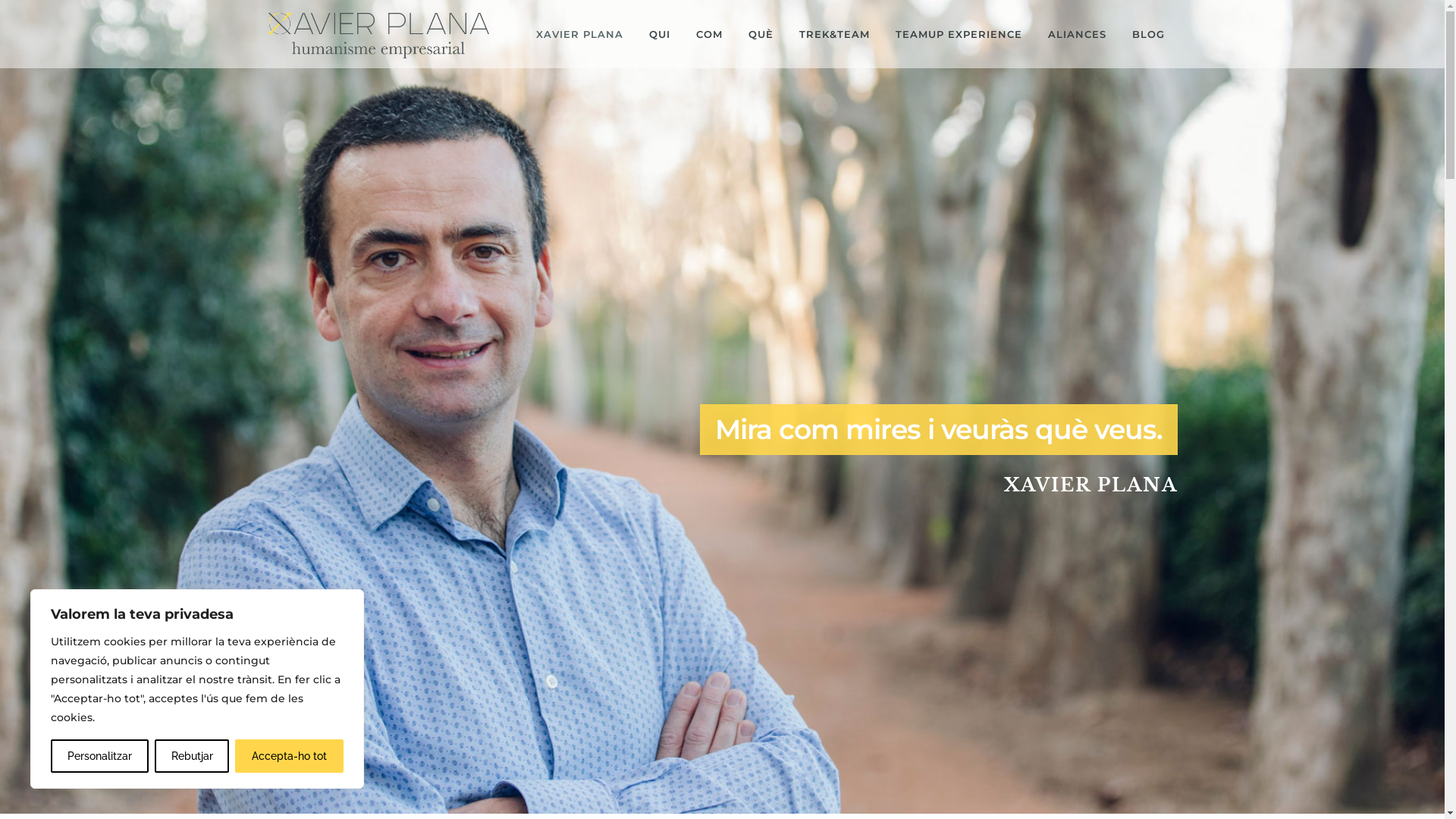 The image size is (1456, 819). Describe the element at coordinates (191, 755) in the screenshot. I see `'Rebutjar'` at that location.